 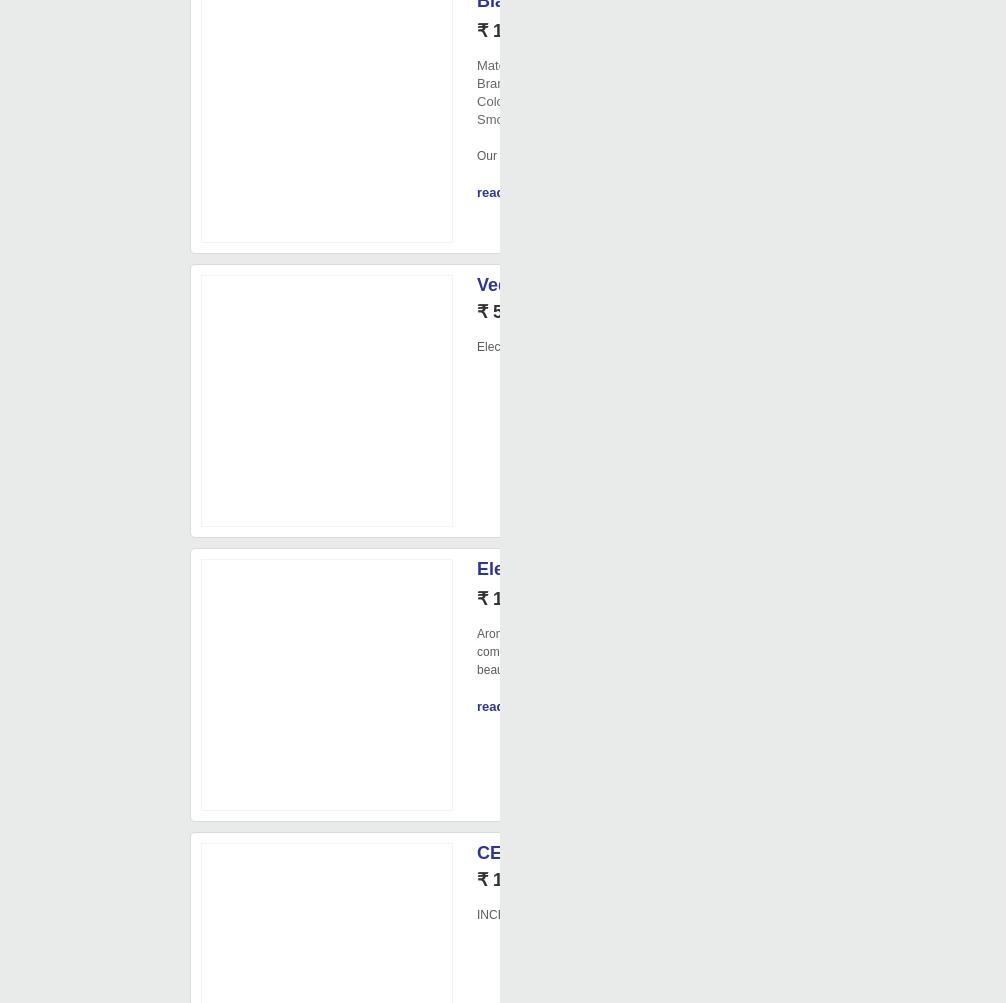 What do you see at coordinates (510, 880) in the screenshot?
I see `'₹ 1,000/'` at bounding box center [510, 880].